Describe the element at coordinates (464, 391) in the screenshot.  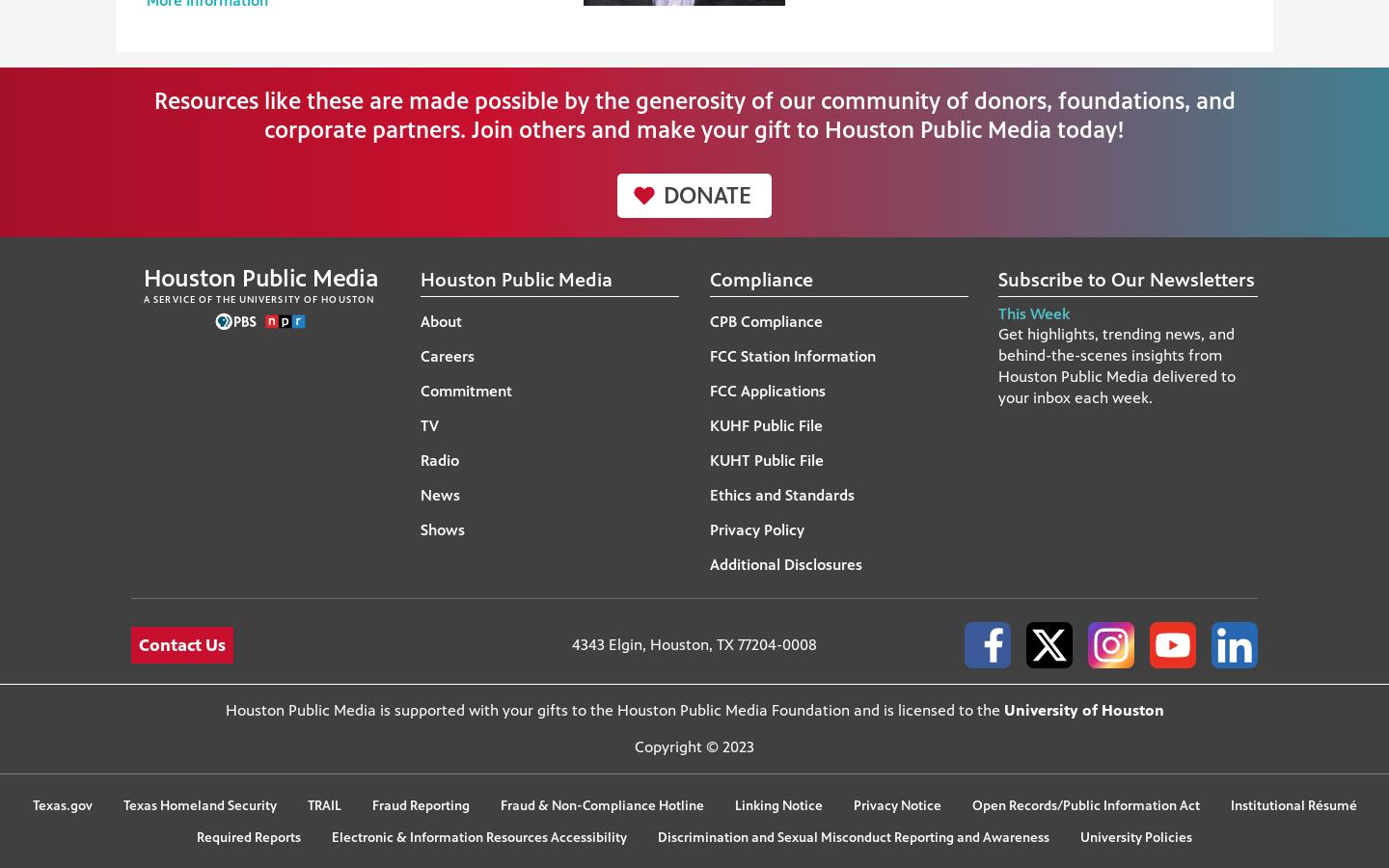
I see `'Commitment'` at that location.